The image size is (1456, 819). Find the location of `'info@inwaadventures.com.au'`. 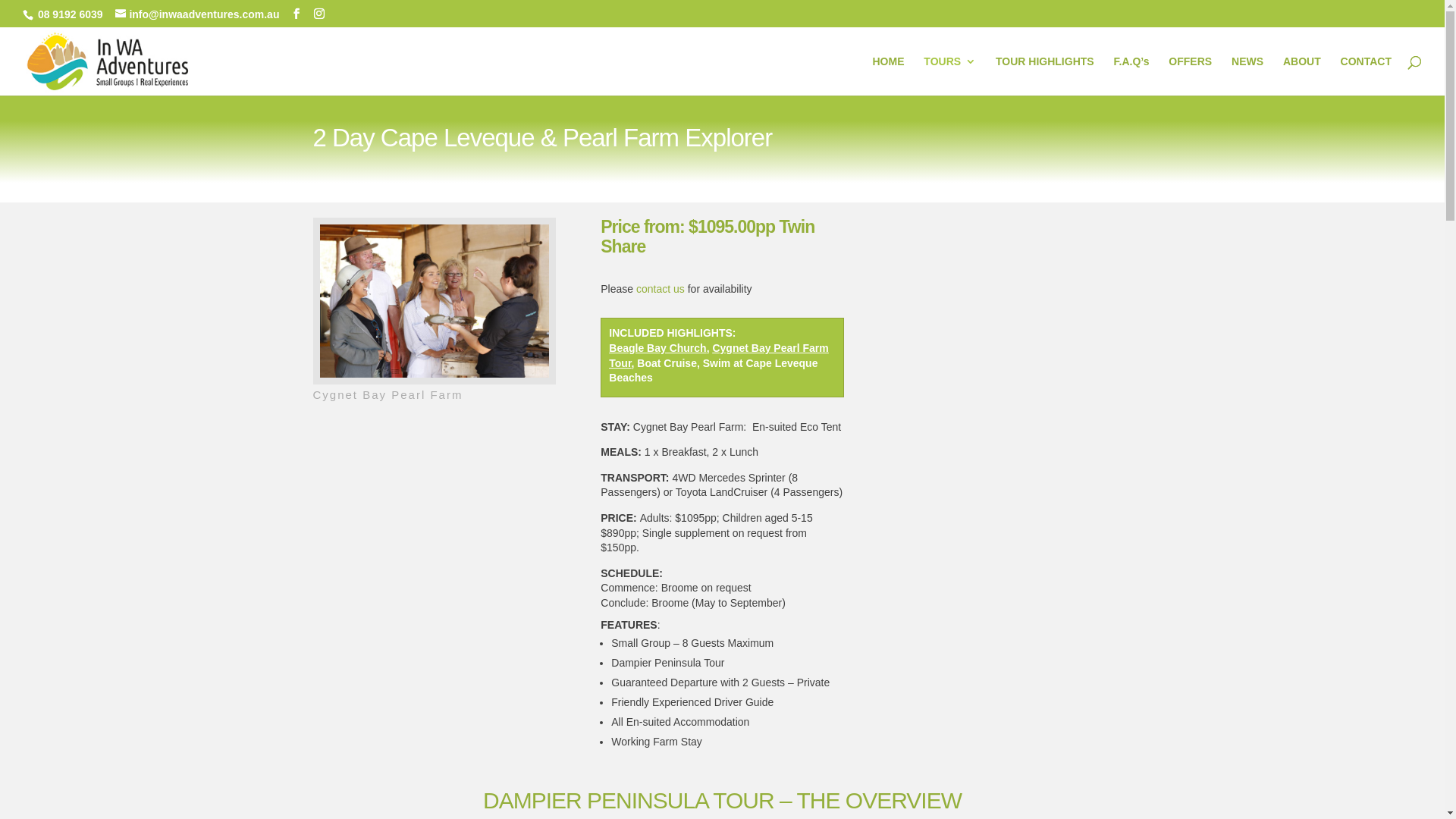

'info@inwaadventures.com.au' is located at coordinates (115, 14).